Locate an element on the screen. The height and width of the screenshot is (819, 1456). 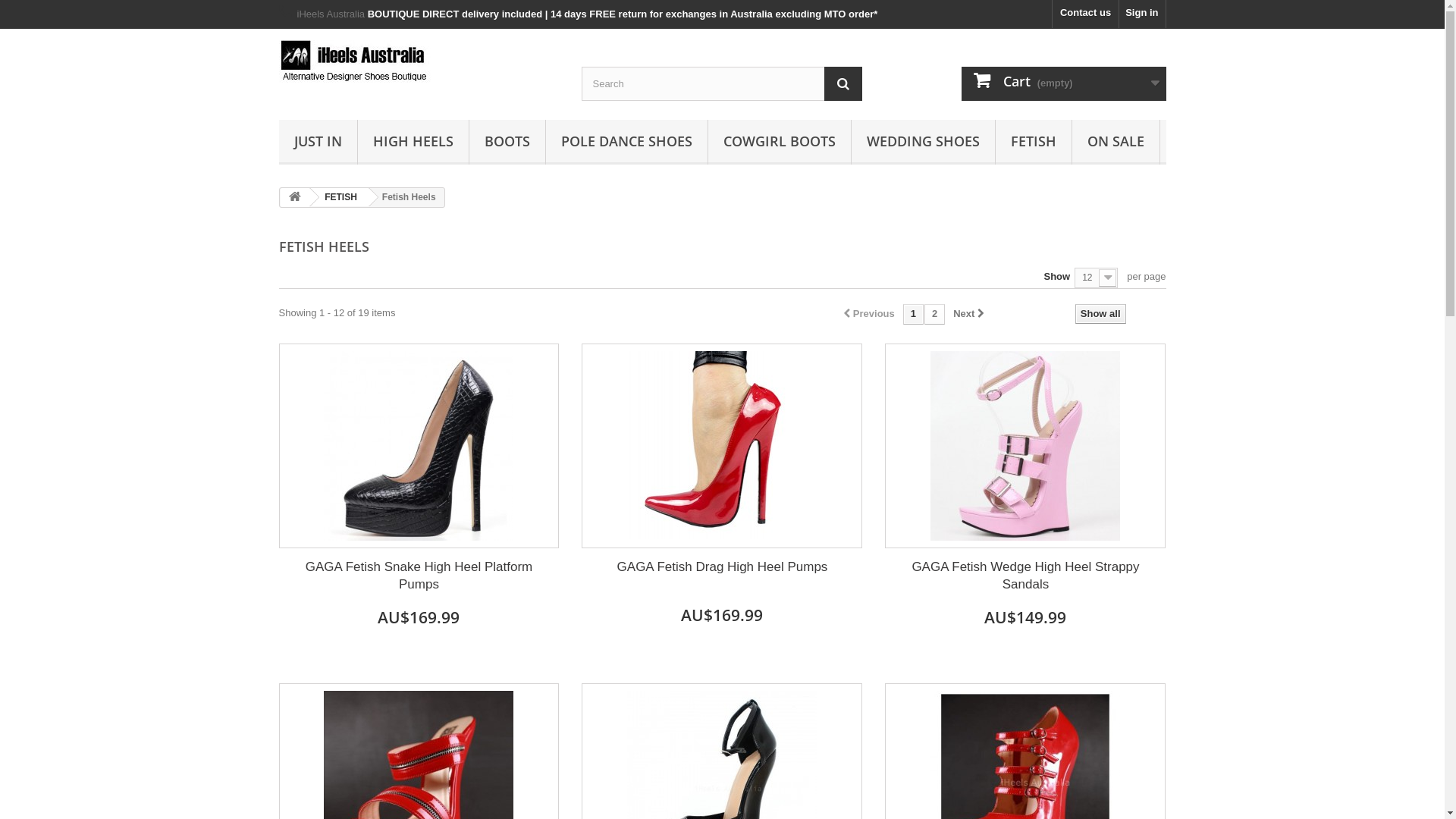
'Next' is located at coordinates (952, 313).